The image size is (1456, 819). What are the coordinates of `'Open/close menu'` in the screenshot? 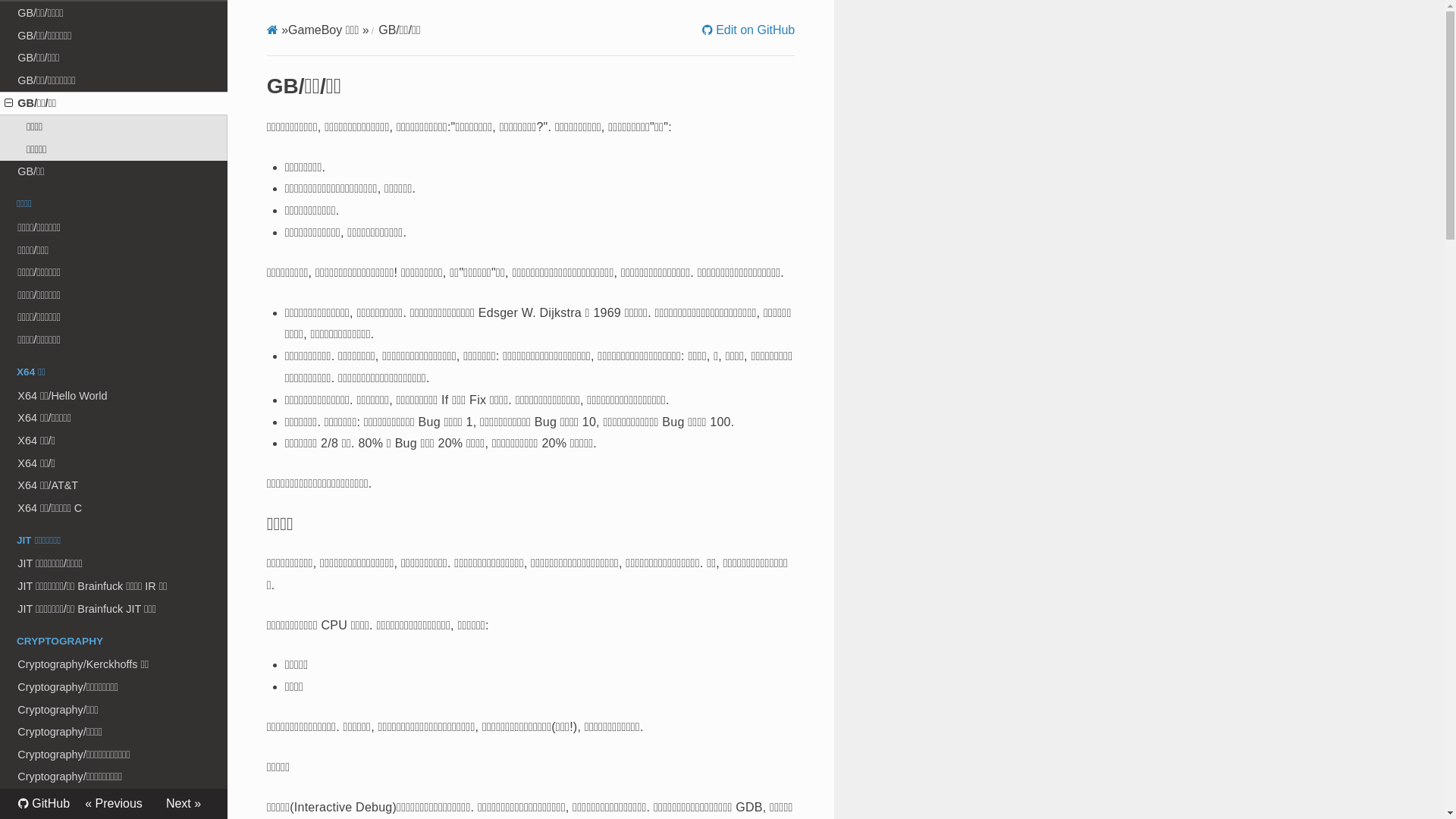 It's located at (8, 102).